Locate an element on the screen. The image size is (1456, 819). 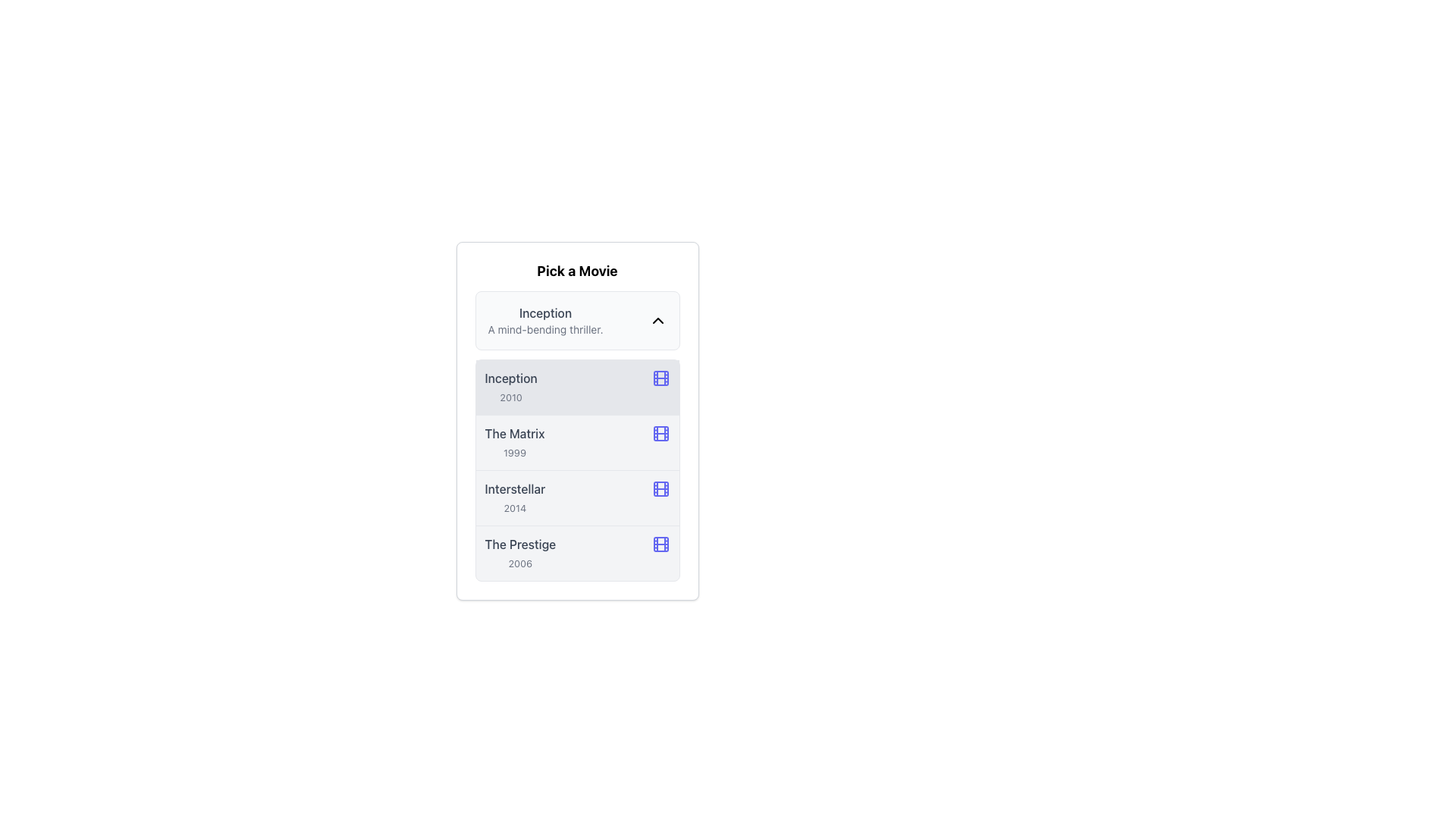
the text label displaying the year '2010' in gray font, located beneath the title 'Inception' in the selection list interface is located at coordinates (511, 397).